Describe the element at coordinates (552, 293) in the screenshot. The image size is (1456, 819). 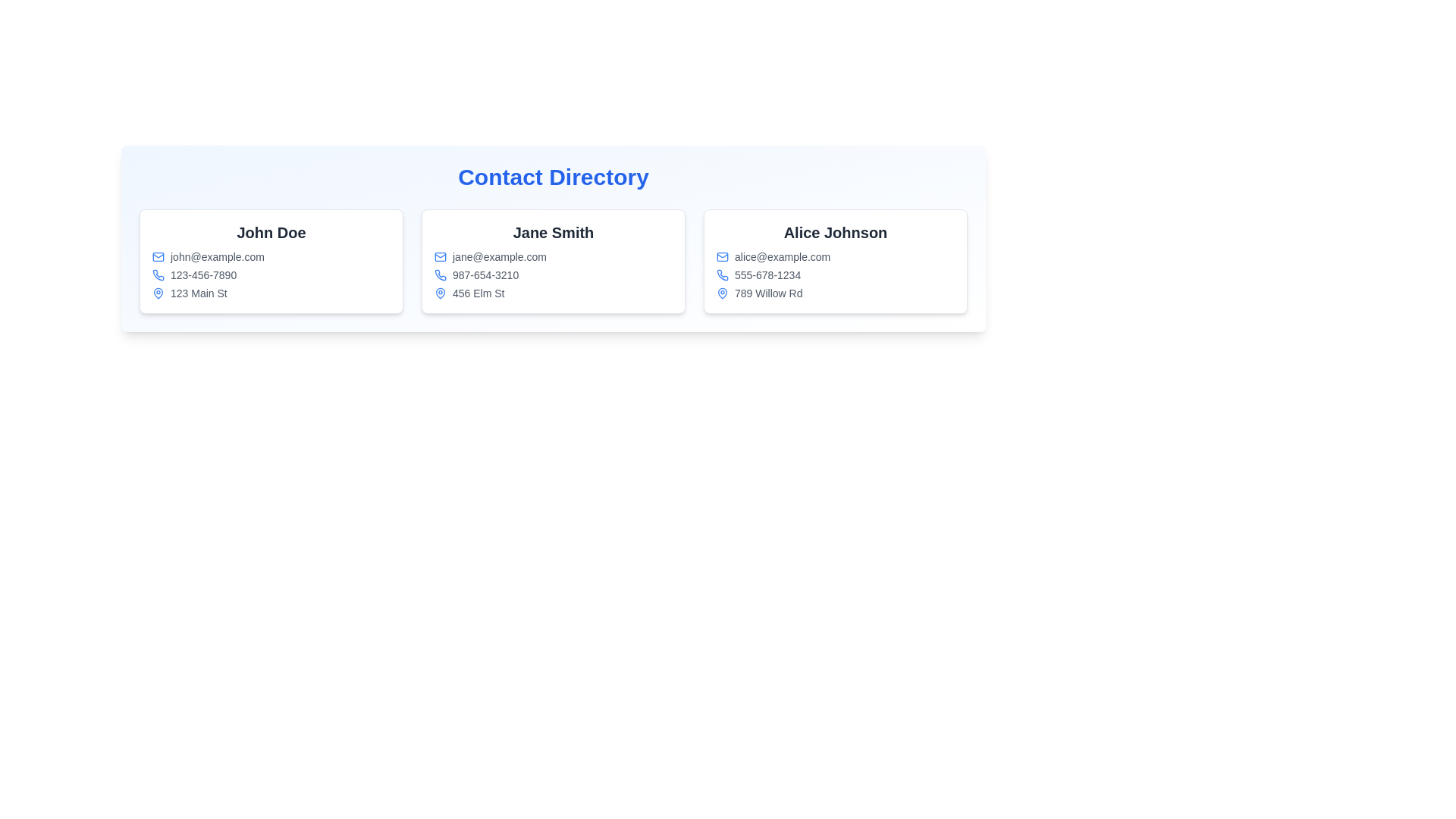
I see `address displayed as '456 Elm St' located in the third item of the contact details under 'Jane Smith's' contact card` at that location.